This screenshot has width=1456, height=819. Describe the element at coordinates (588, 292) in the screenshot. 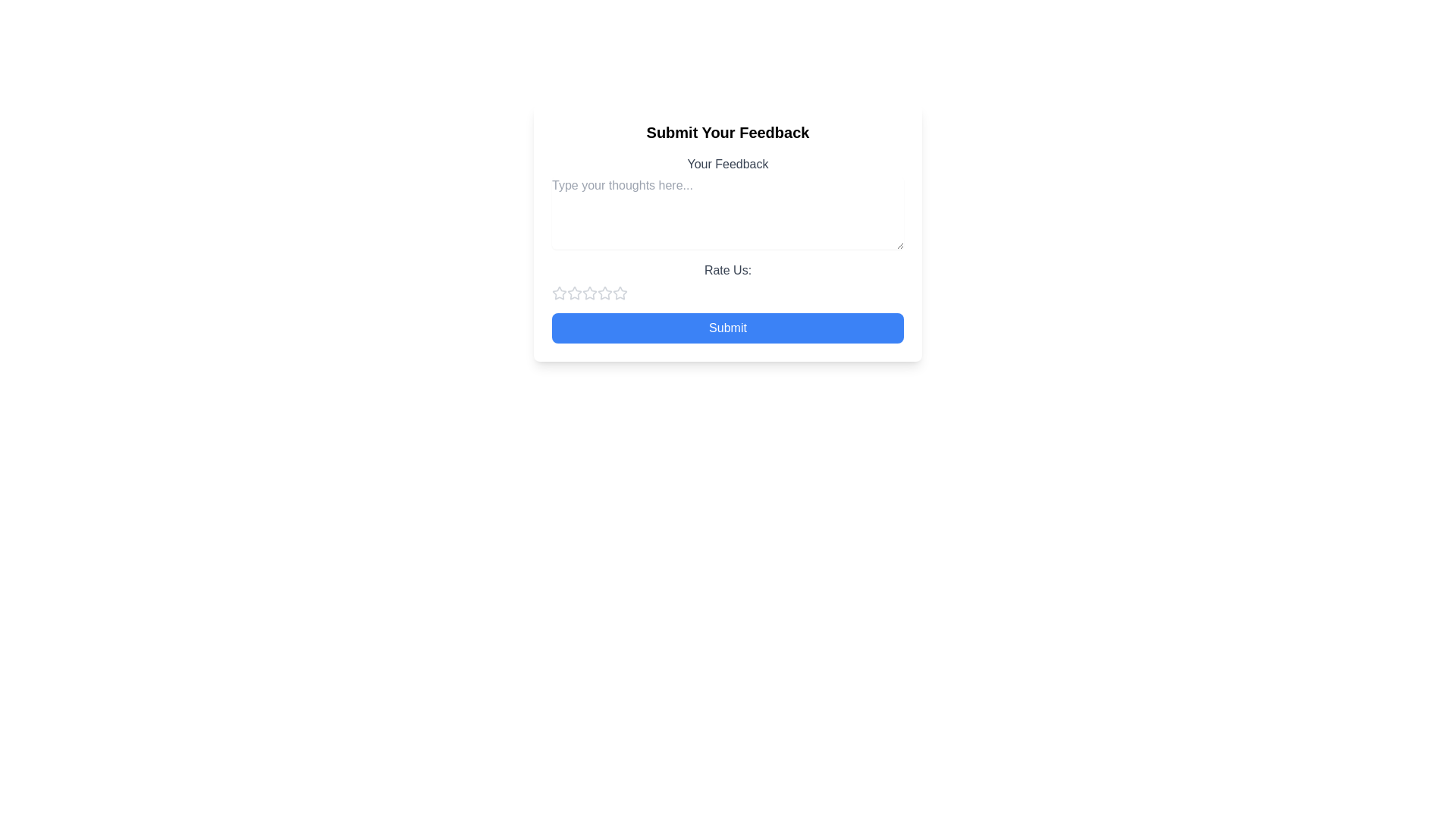

I see `the second star icon in the rating system` at that location.